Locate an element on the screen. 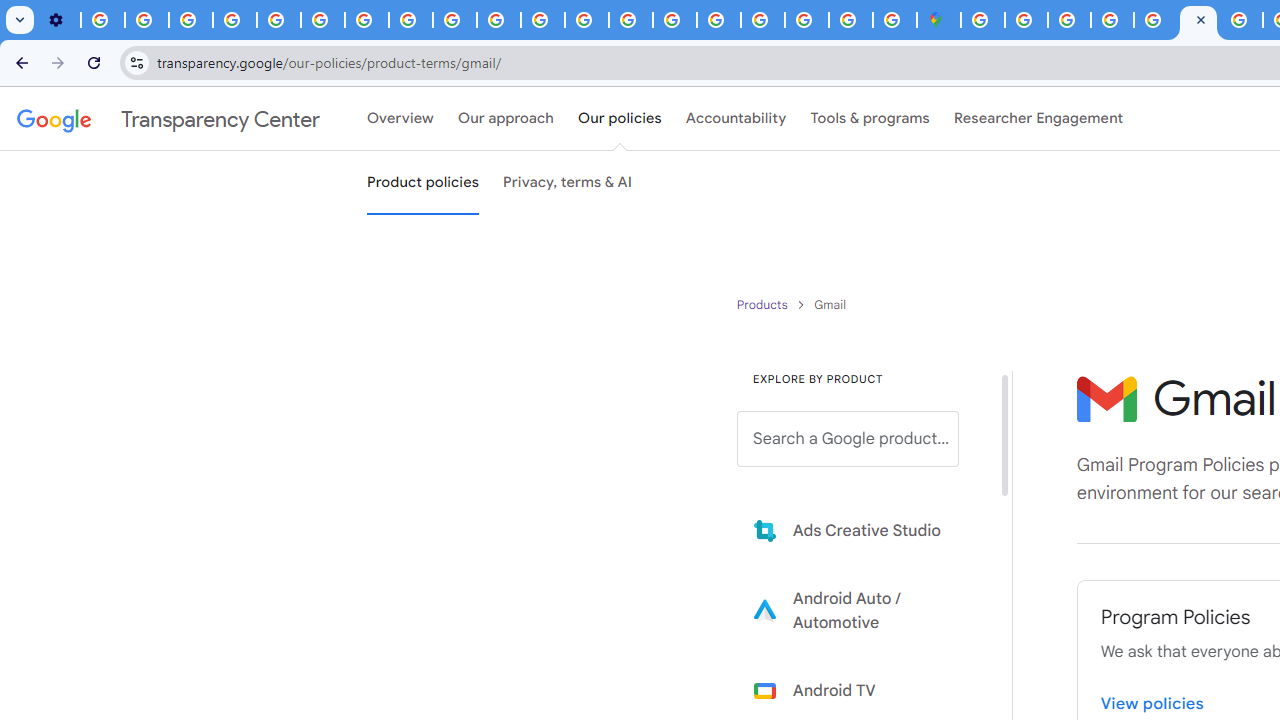 This screenshot has width=1280, height=720. 'Delete photos & videos - Computer - Google Photos Help' is located at coordinates (102, 20).